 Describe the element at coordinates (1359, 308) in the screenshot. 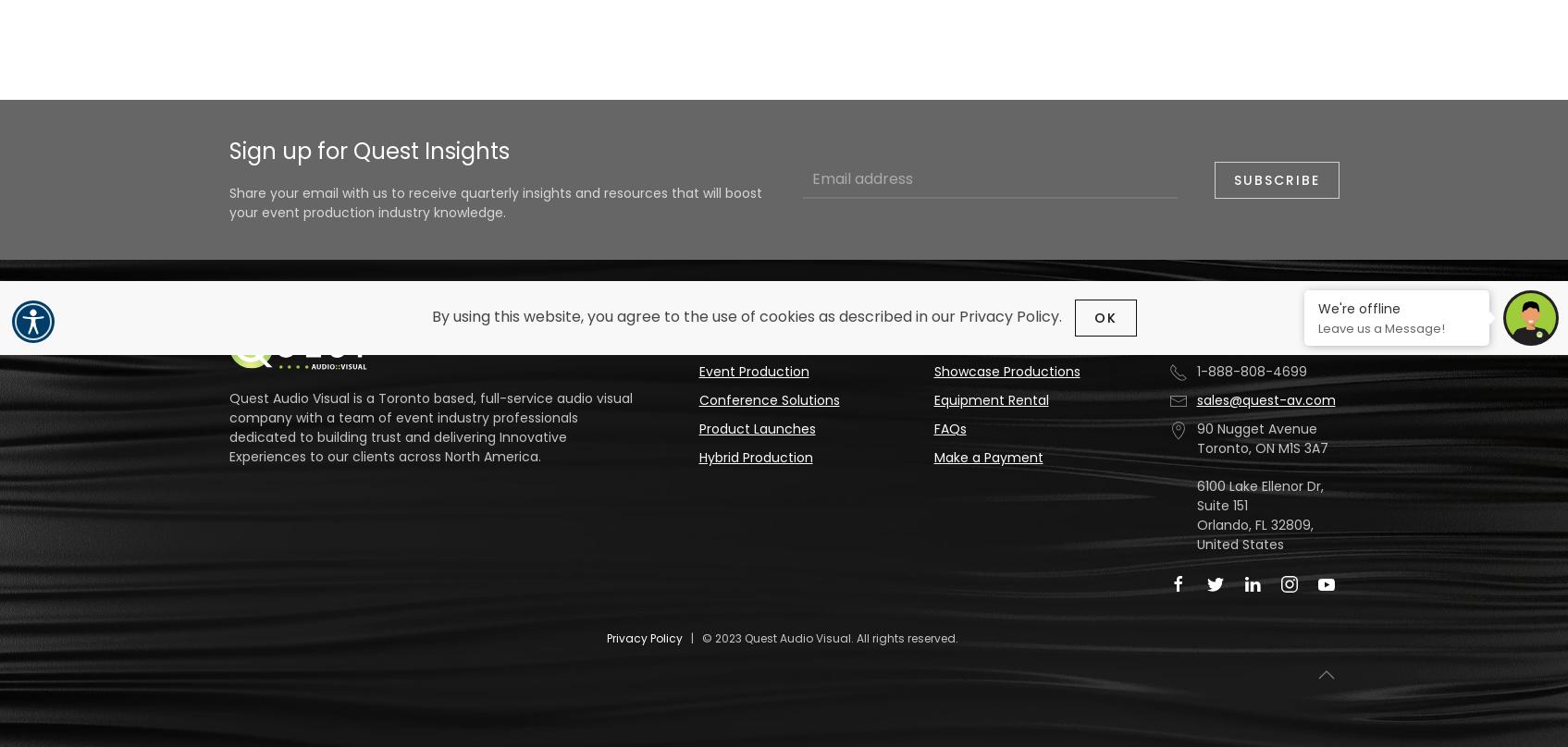

I see `'We're offline'` at that location.